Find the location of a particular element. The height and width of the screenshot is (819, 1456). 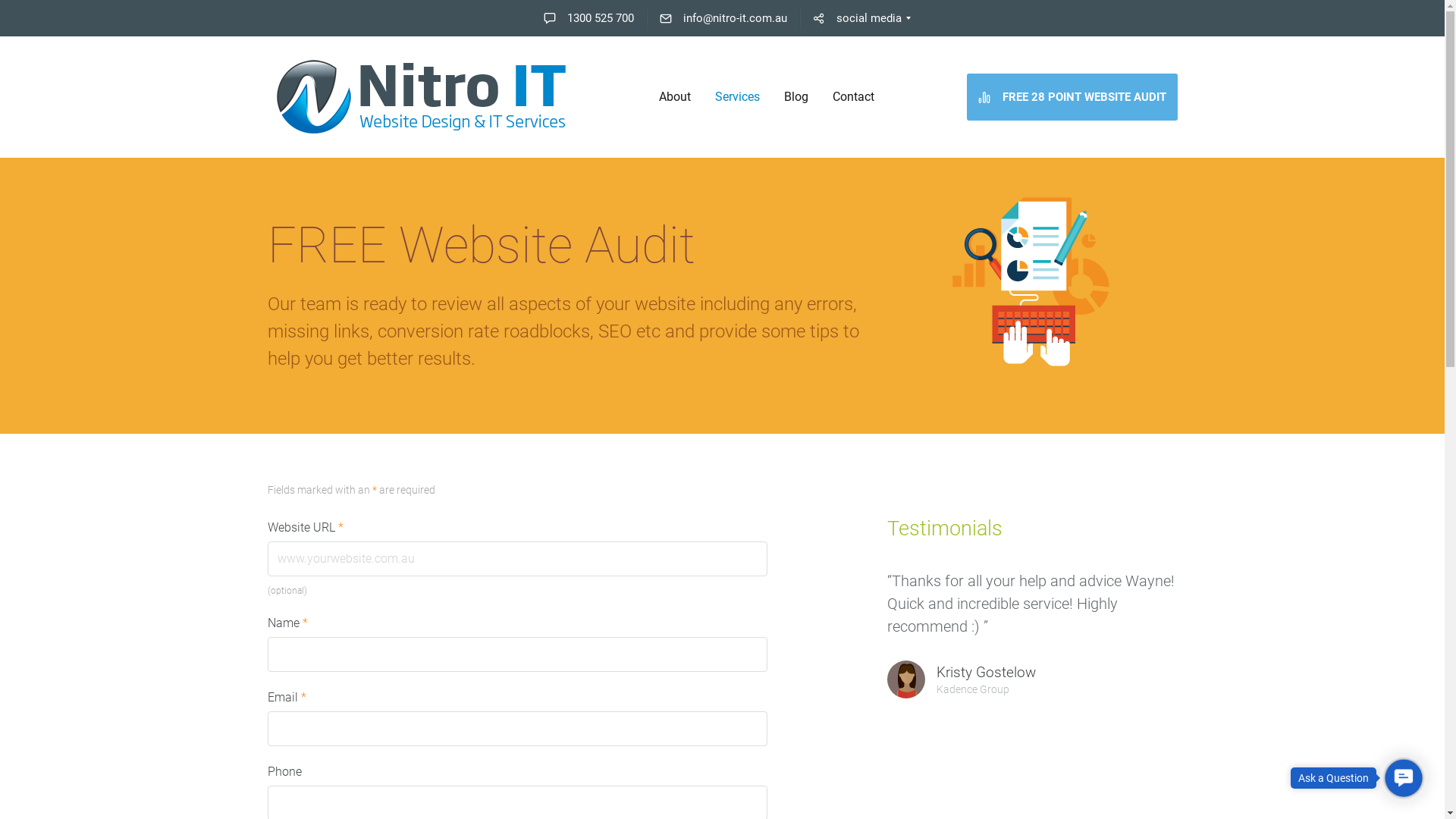

'Services' is located at coordinates (737, 96).